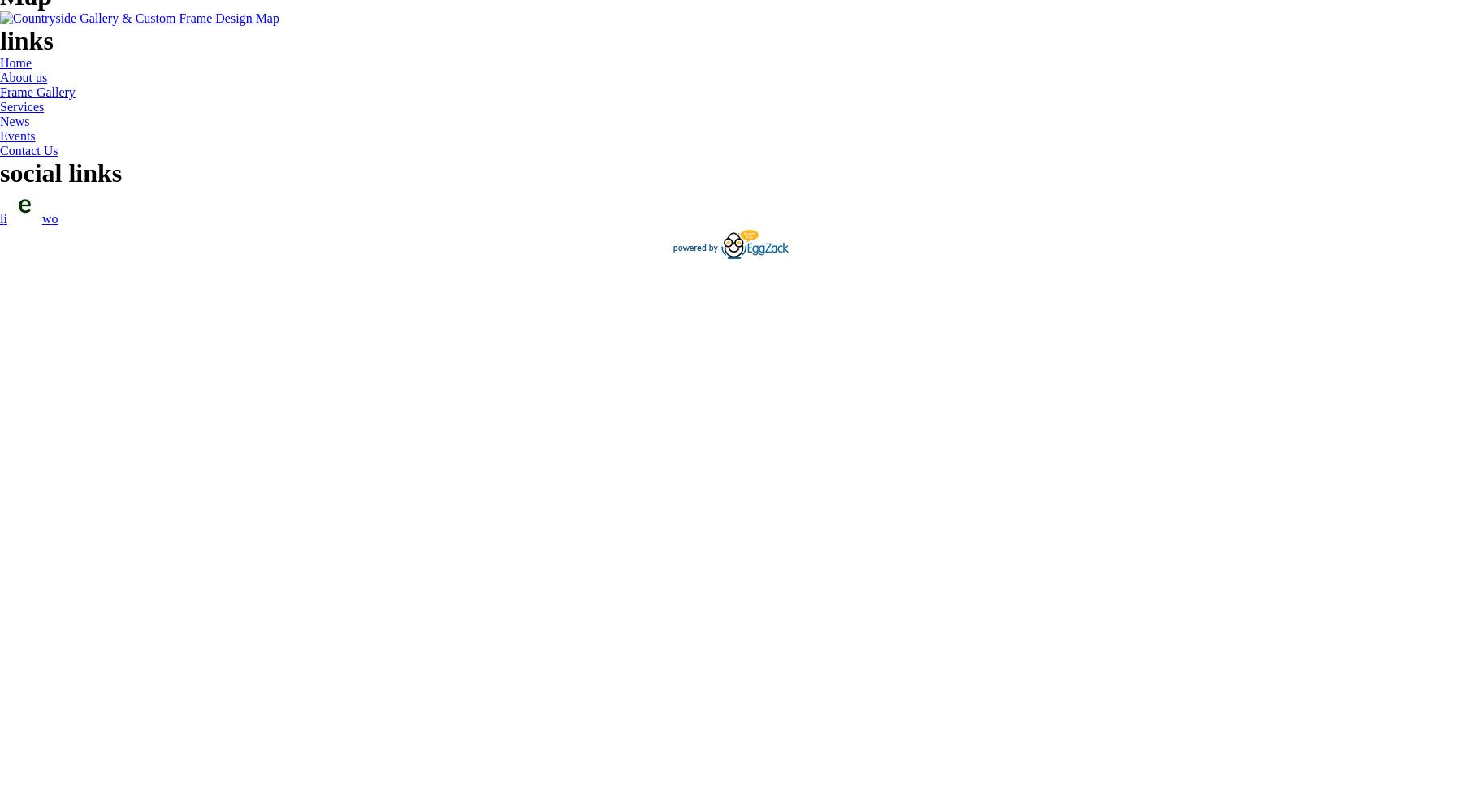  I want to click on 'Services', so click(0, 106).